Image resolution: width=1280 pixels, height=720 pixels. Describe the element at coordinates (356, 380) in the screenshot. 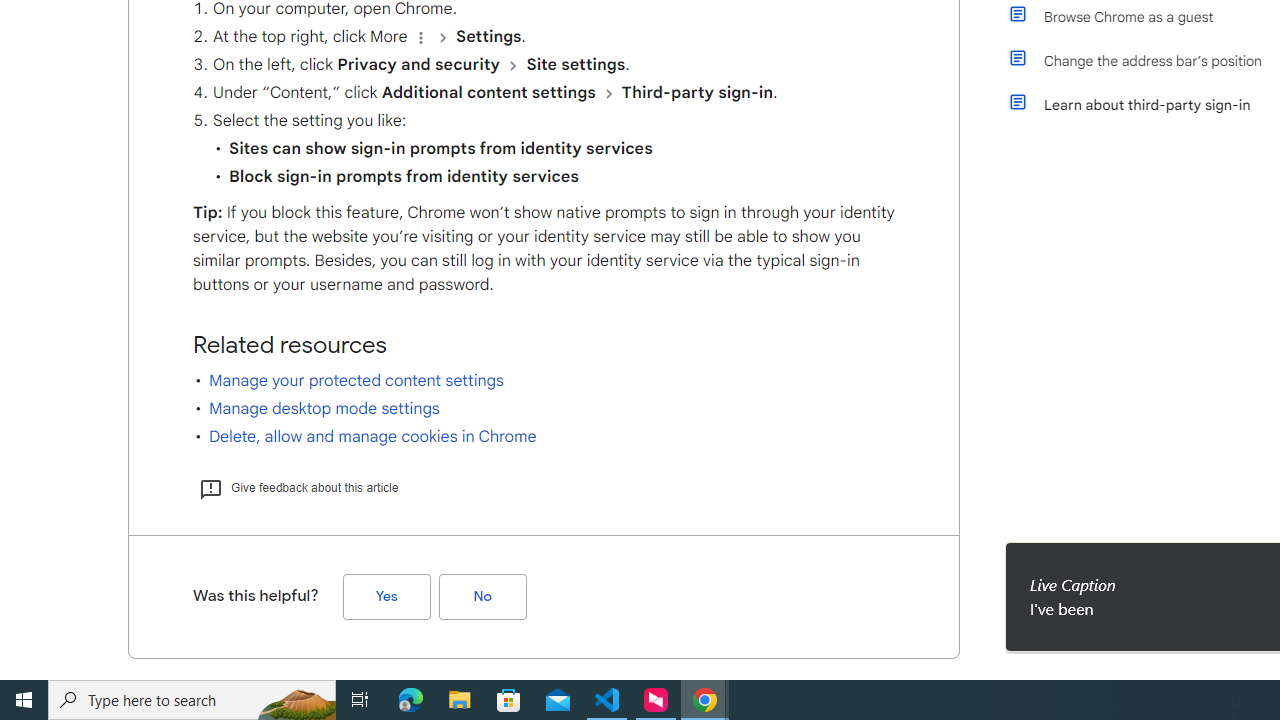

I see `'Manage your protected content settings'` at that location.